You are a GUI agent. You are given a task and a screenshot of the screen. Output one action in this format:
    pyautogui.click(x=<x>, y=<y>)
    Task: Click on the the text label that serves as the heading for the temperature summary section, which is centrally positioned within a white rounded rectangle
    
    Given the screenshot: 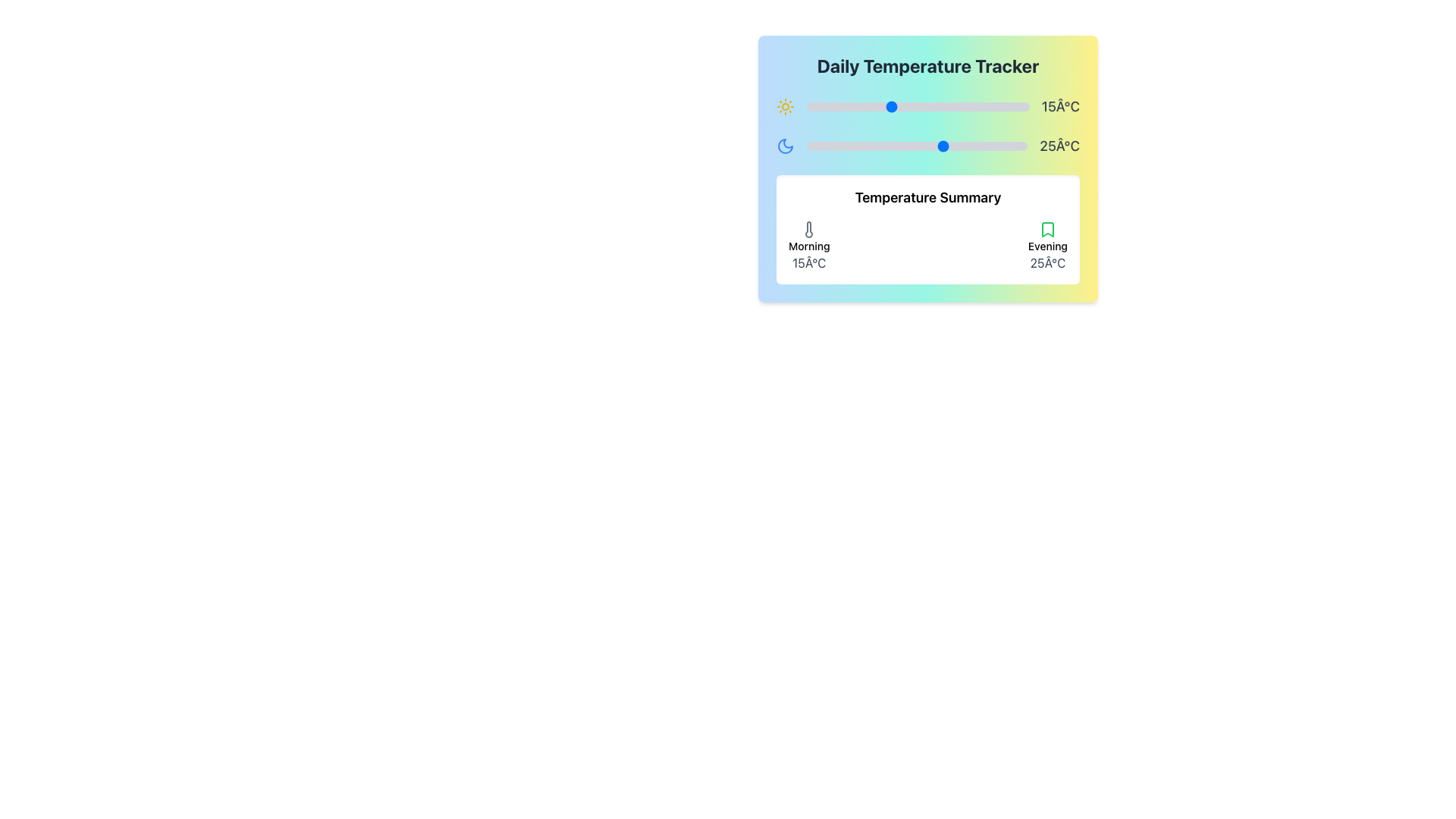 What is the action you would take?
    pyautogui.click(x=927, y=197)
    